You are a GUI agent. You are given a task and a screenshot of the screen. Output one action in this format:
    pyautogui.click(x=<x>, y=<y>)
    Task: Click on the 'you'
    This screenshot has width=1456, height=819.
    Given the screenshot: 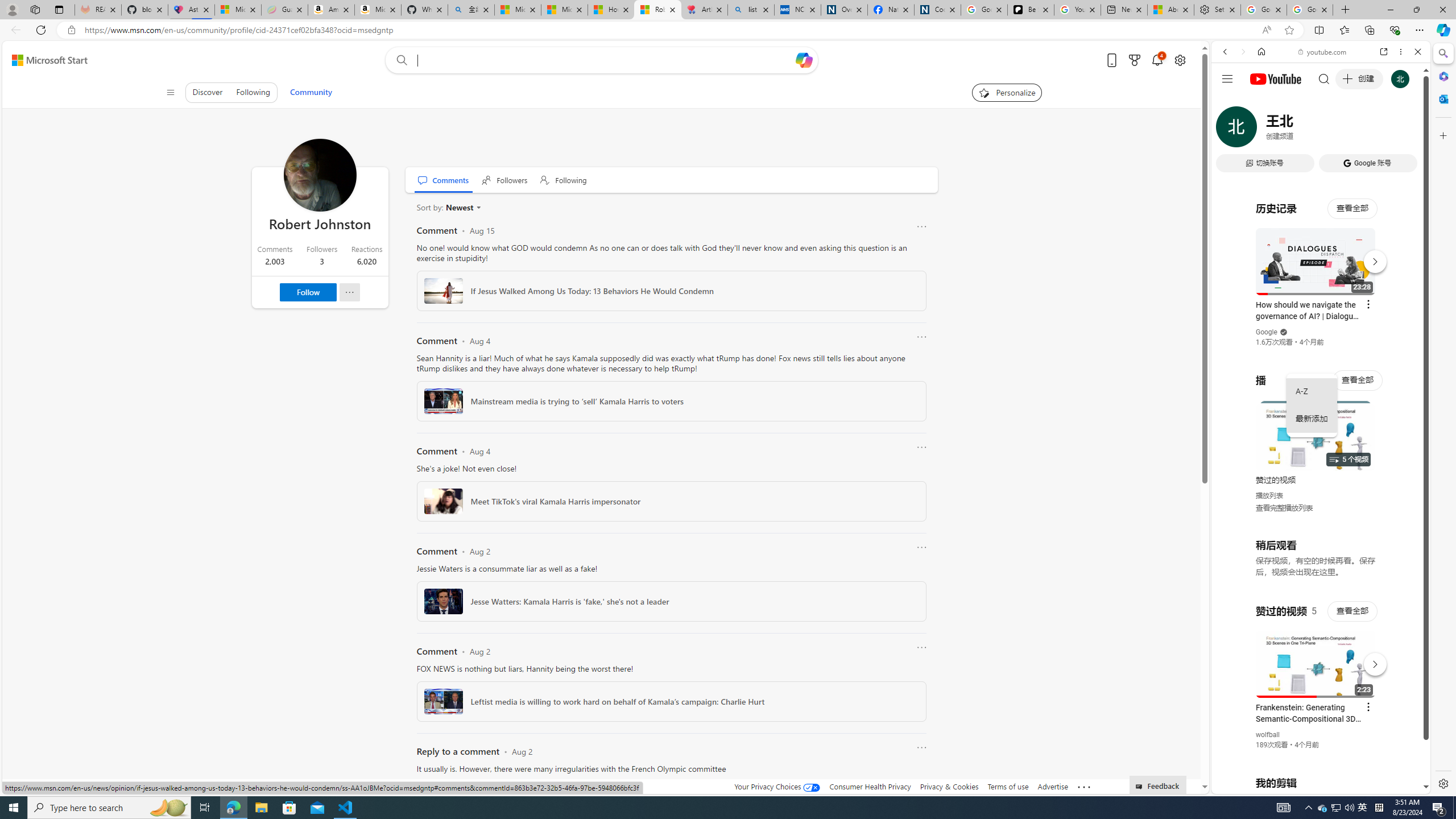 What is the action you would take?
    pyautogui.click(x=1316, y=755)
    